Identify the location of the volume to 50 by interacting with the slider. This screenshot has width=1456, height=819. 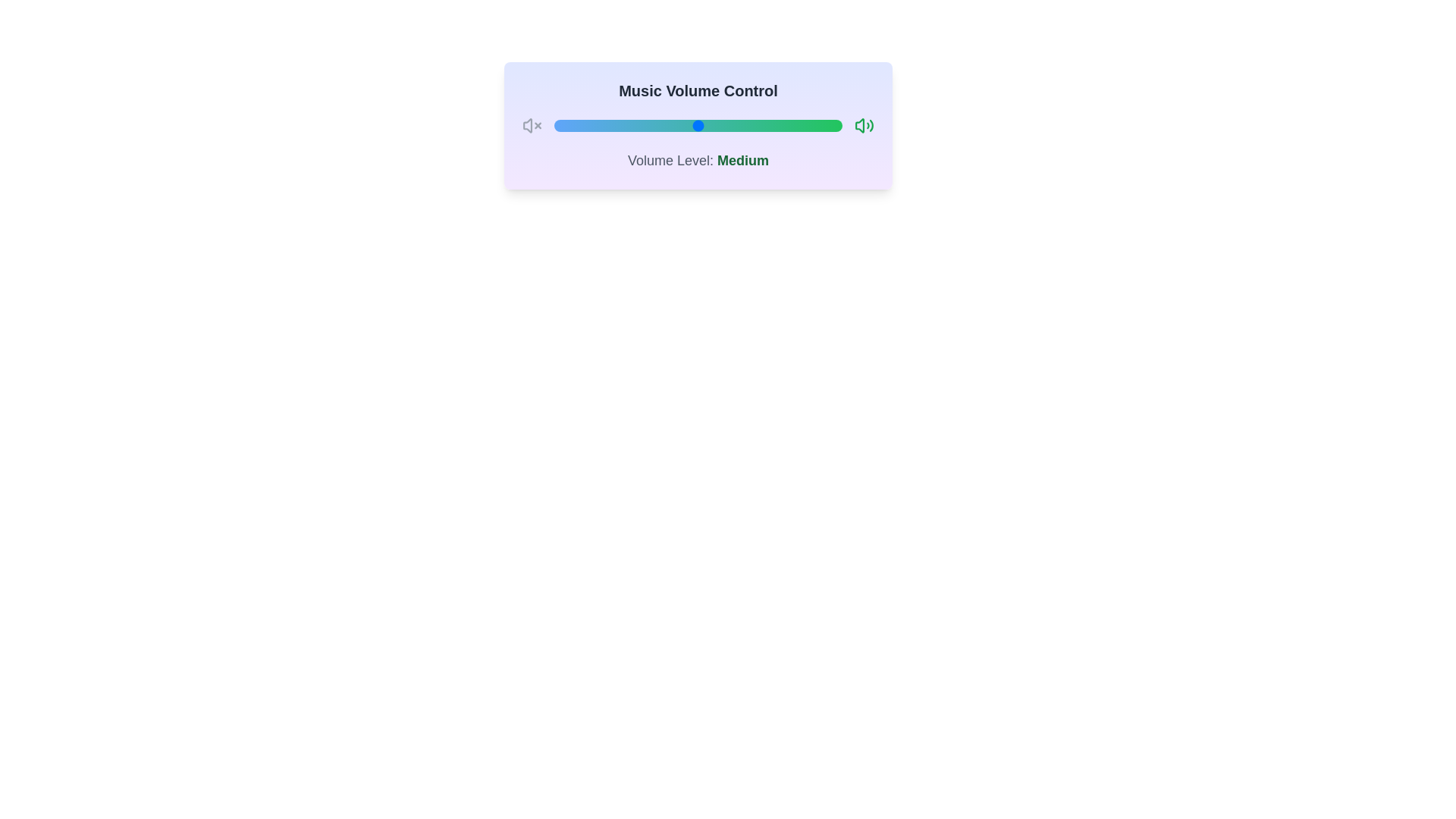
(698, 124).